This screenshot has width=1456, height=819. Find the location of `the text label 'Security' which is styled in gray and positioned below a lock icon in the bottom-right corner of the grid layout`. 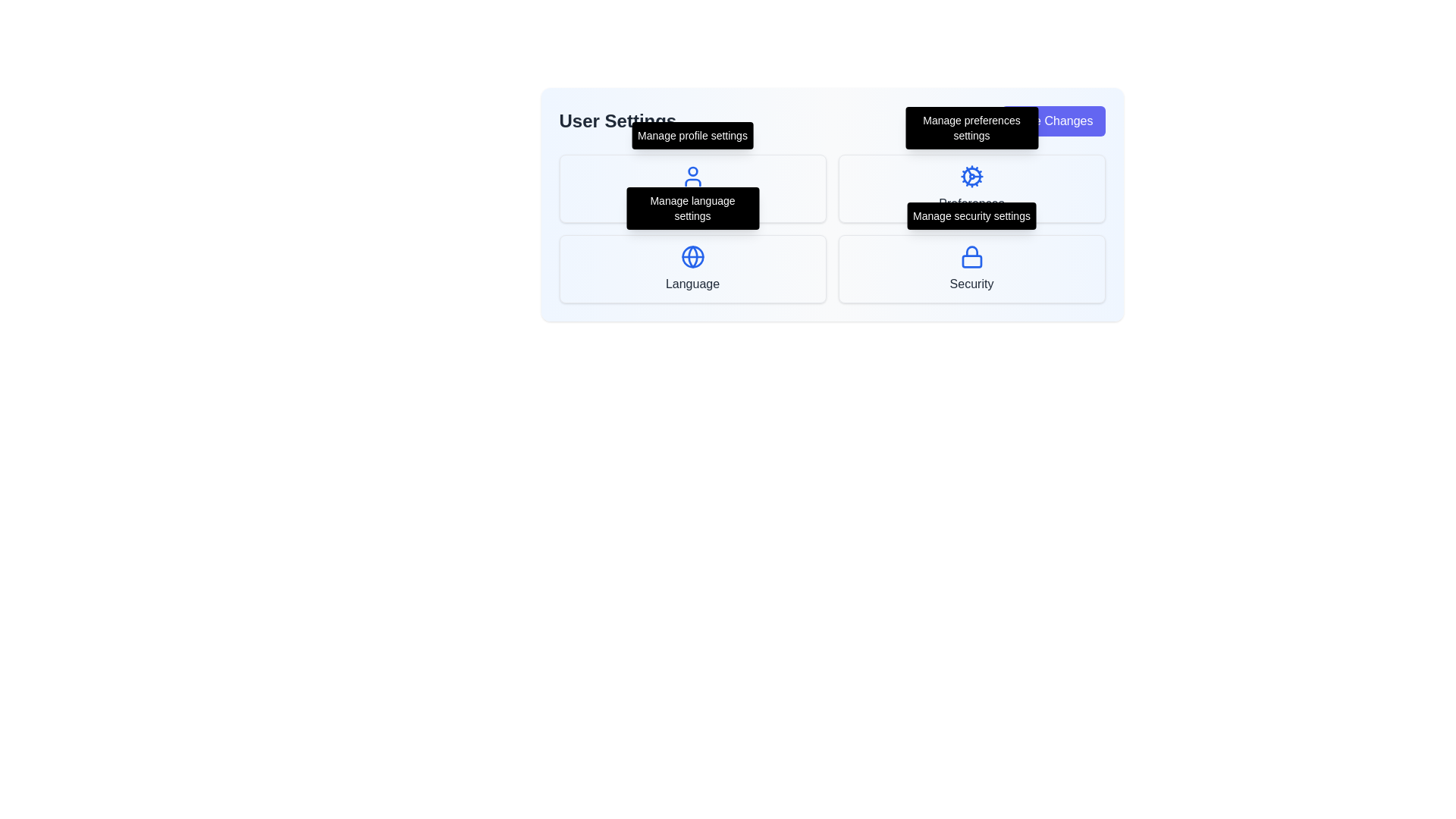

the text label 'Security' which is styled in gray and positioned below a lock icon in the bottom-right corner of the grid layout is located at coordinates (971, 284).